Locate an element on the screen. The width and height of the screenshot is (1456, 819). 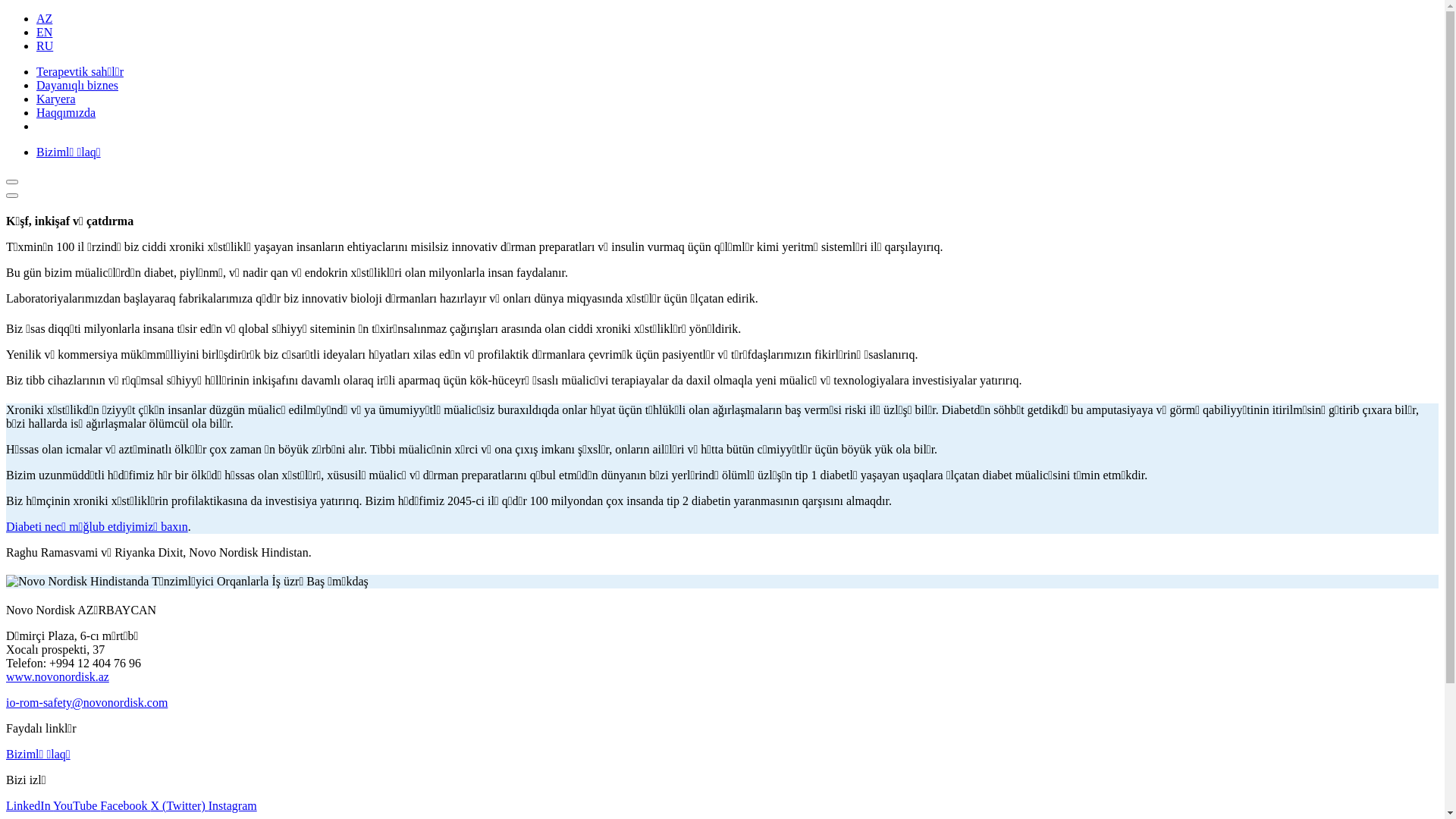
'EN' is located at coordinates (44, 32).